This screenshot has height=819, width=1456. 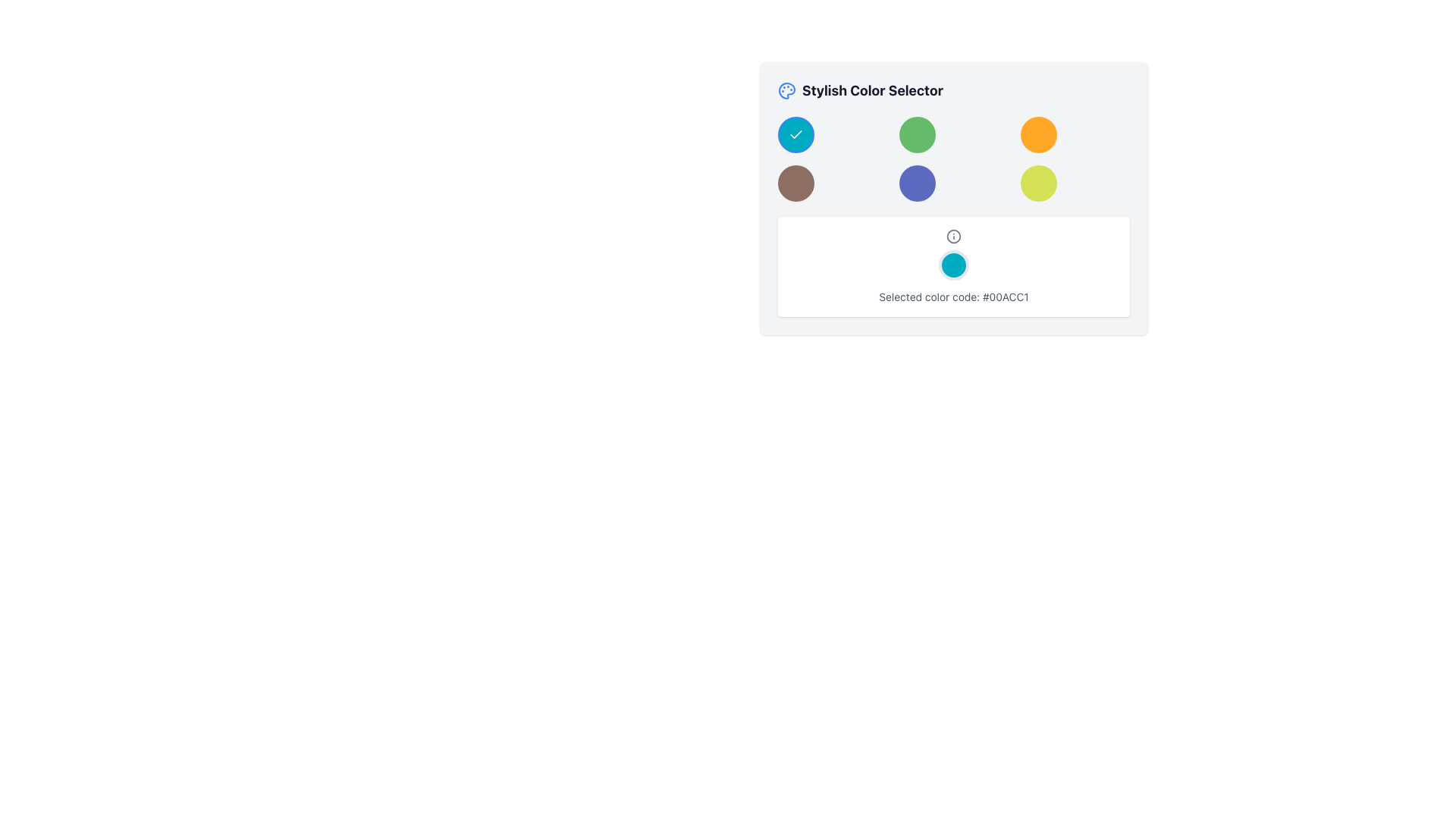 I want to click on the fifth button in a 3x3 grid layout located in the upper right section, so click(x=1037, y=133).